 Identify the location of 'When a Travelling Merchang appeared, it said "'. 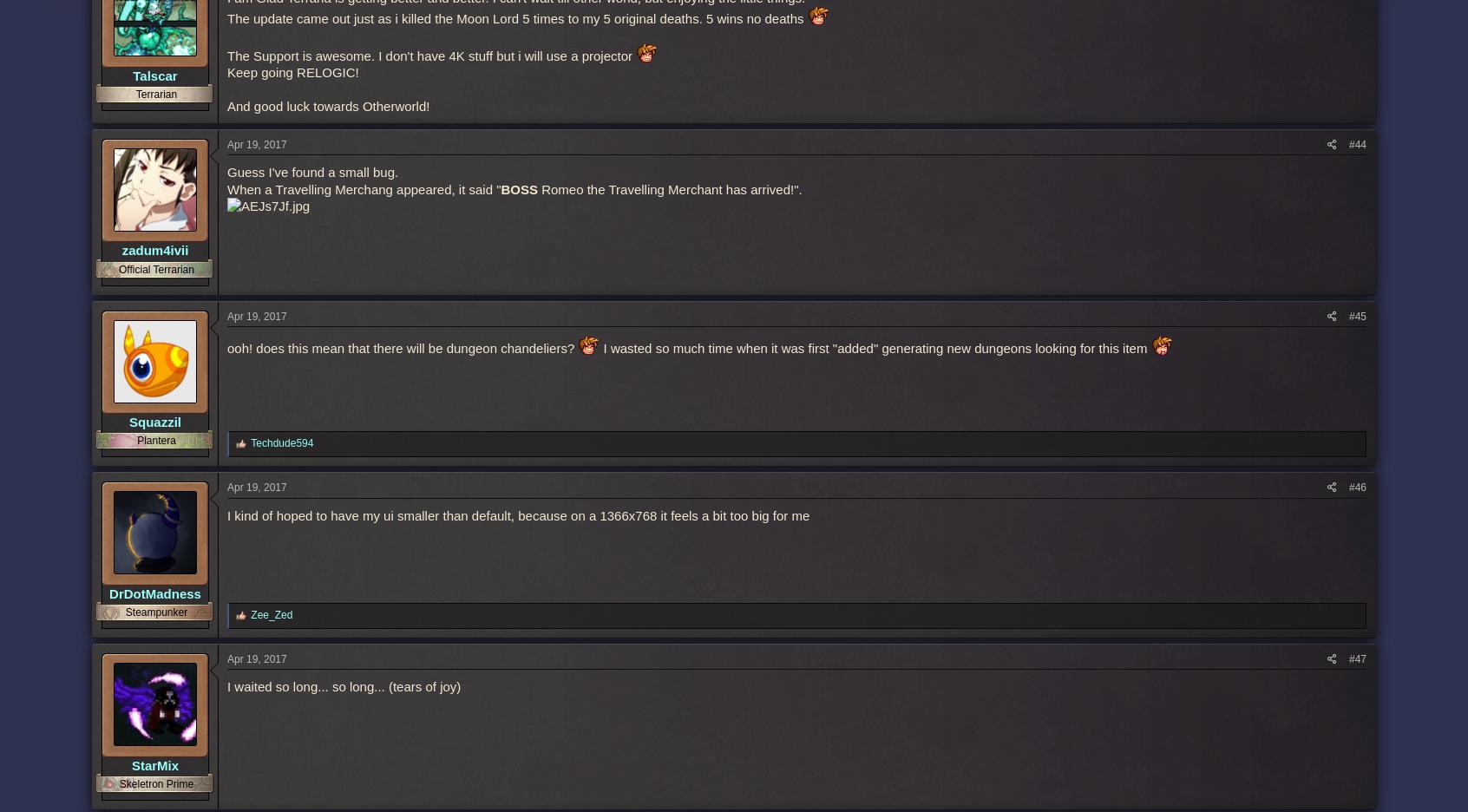
(226, 188).